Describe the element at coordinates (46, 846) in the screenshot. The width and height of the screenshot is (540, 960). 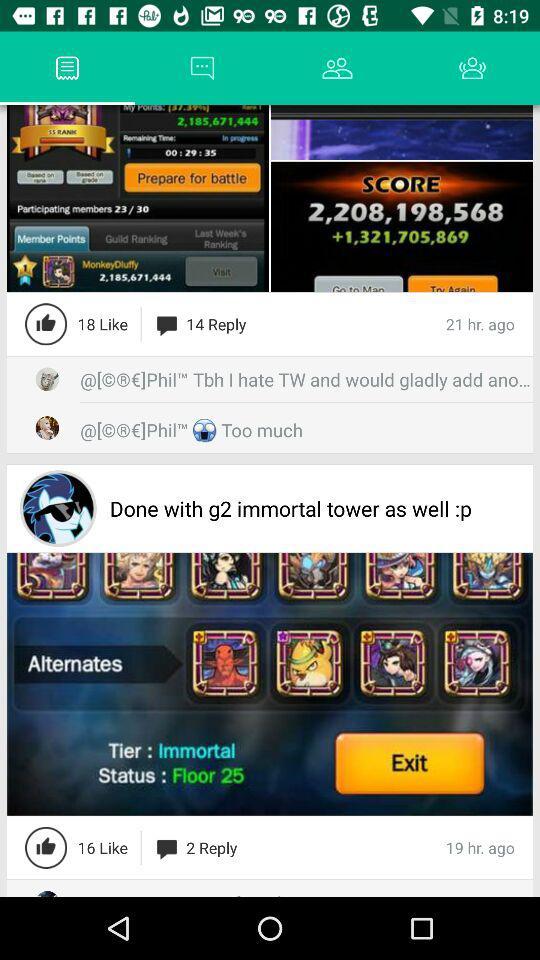
I see `this button feature will like the post` at that location.